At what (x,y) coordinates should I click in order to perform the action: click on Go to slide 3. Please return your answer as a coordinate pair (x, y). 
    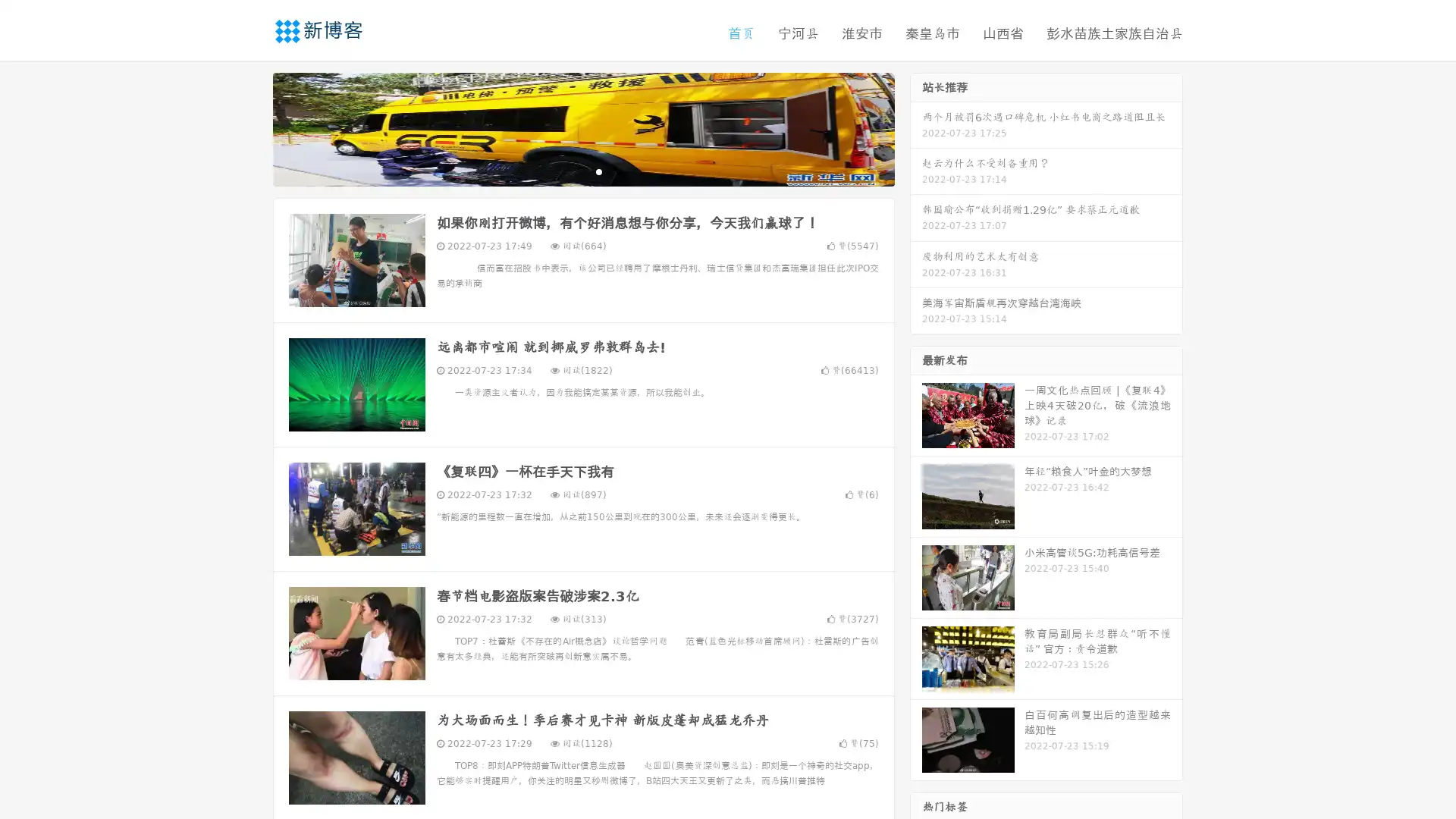
    Looking at the image, I should click on (598, 171).